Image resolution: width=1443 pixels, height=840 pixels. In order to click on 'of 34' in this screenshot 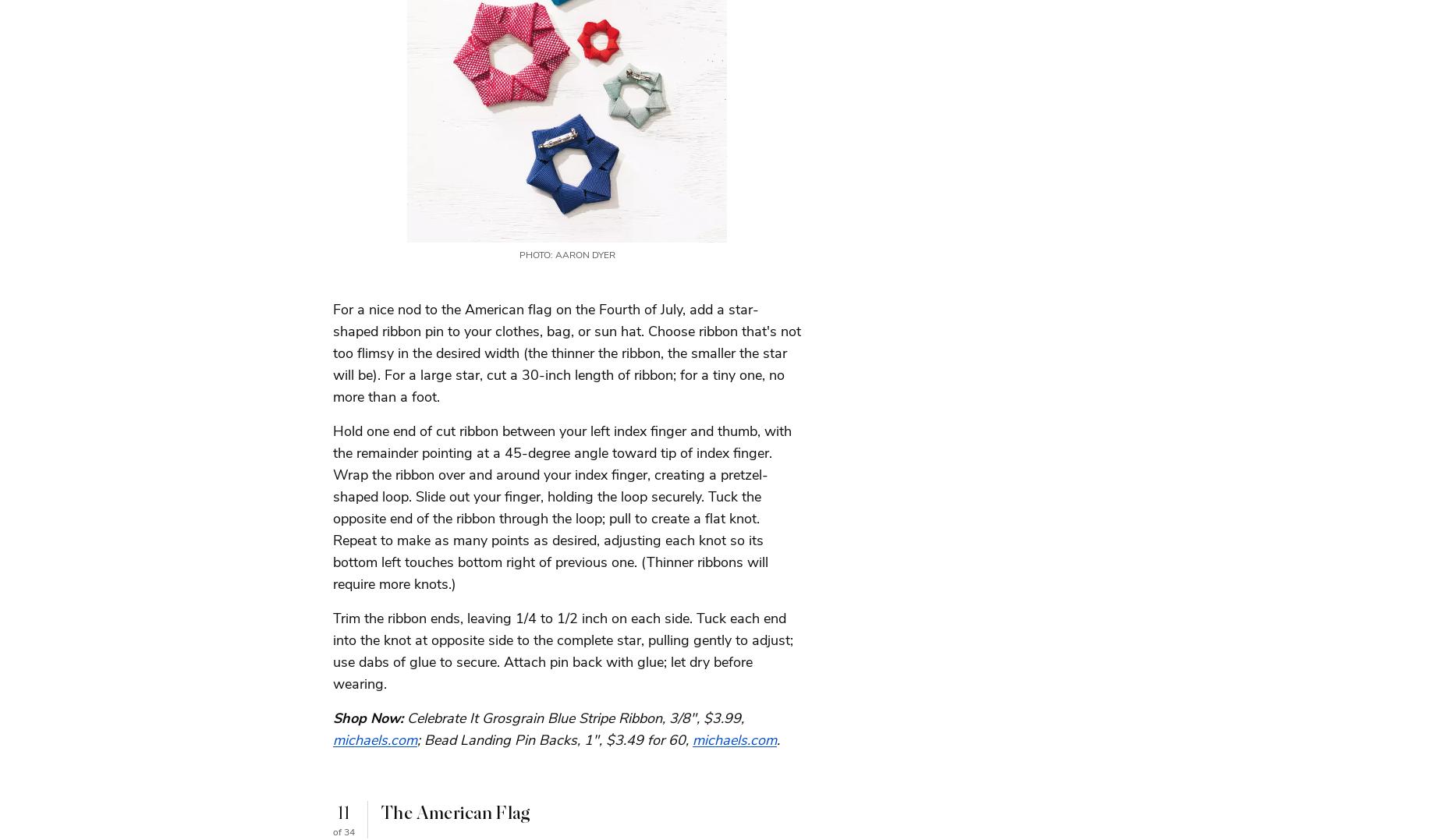, I will do `click(343, 831)`.